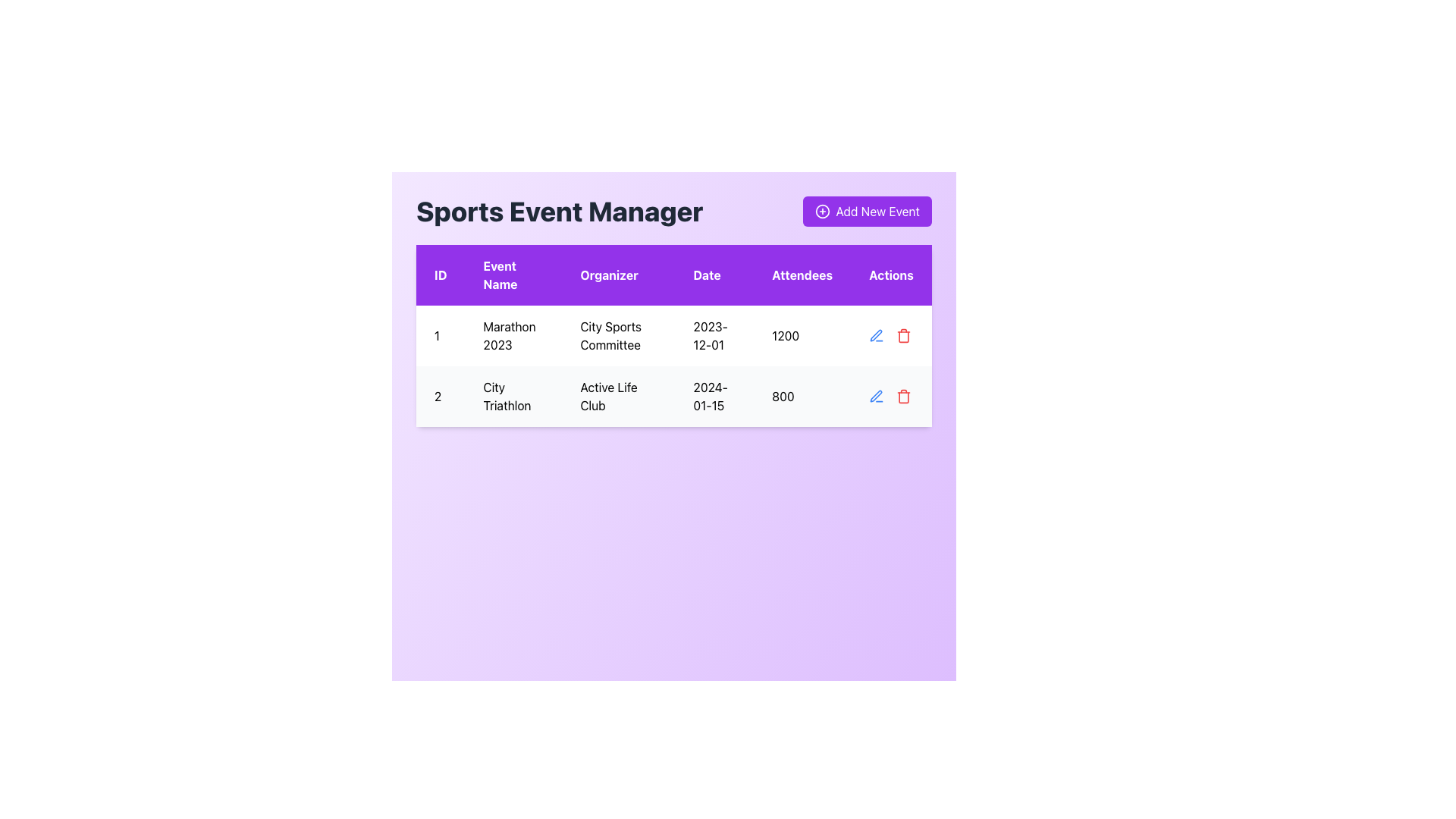  What do you see at coordinates (673, 211) in the screenshot?
I see `the 'Sports Event Manager' title on the header section` at bounding box center [673, 211].